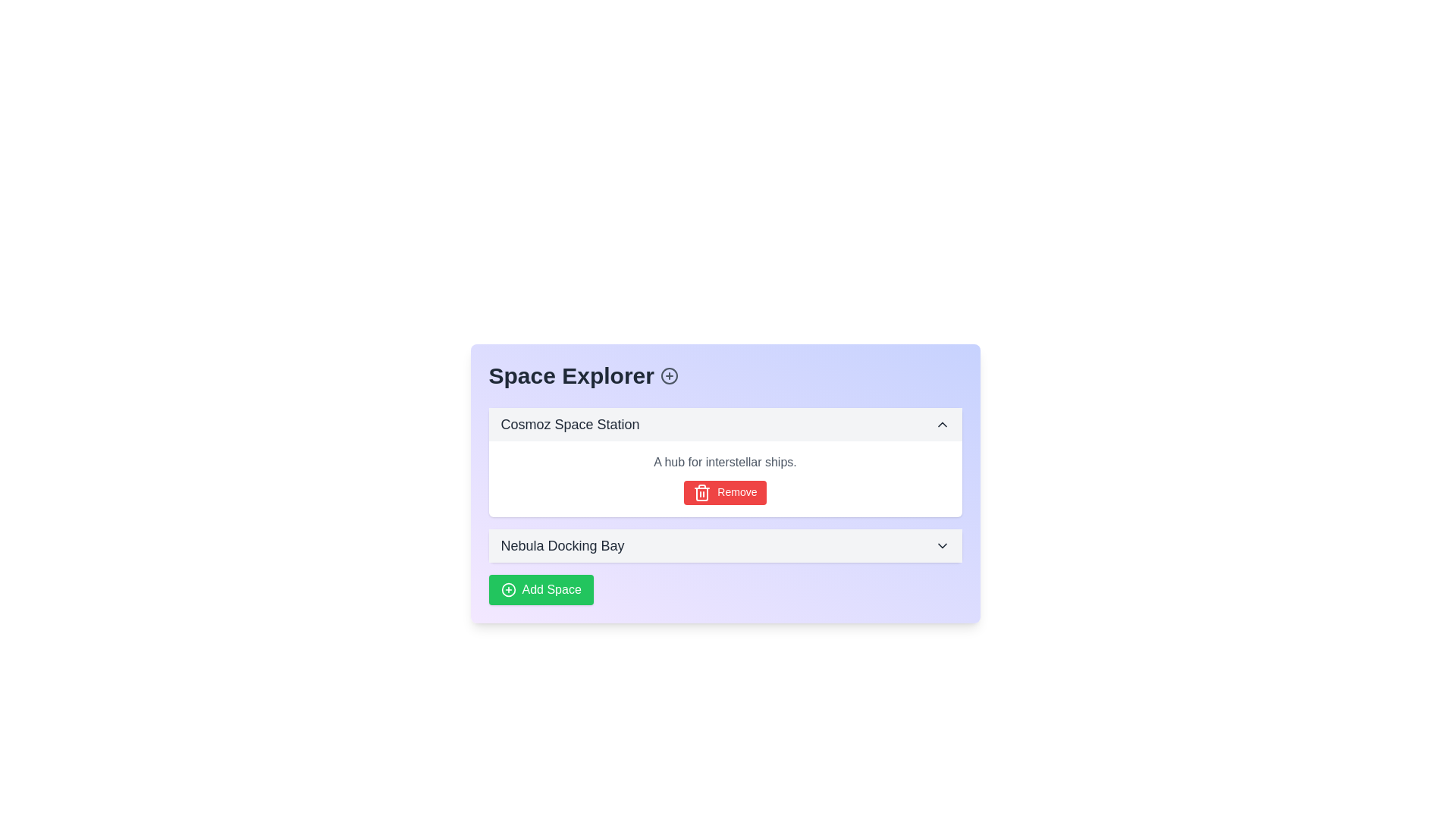  I want to click on the delete icon located within the 'Cosmoz Space Station' card, which is positioned to the left of the red 'Remove' button, so click(701, 494).